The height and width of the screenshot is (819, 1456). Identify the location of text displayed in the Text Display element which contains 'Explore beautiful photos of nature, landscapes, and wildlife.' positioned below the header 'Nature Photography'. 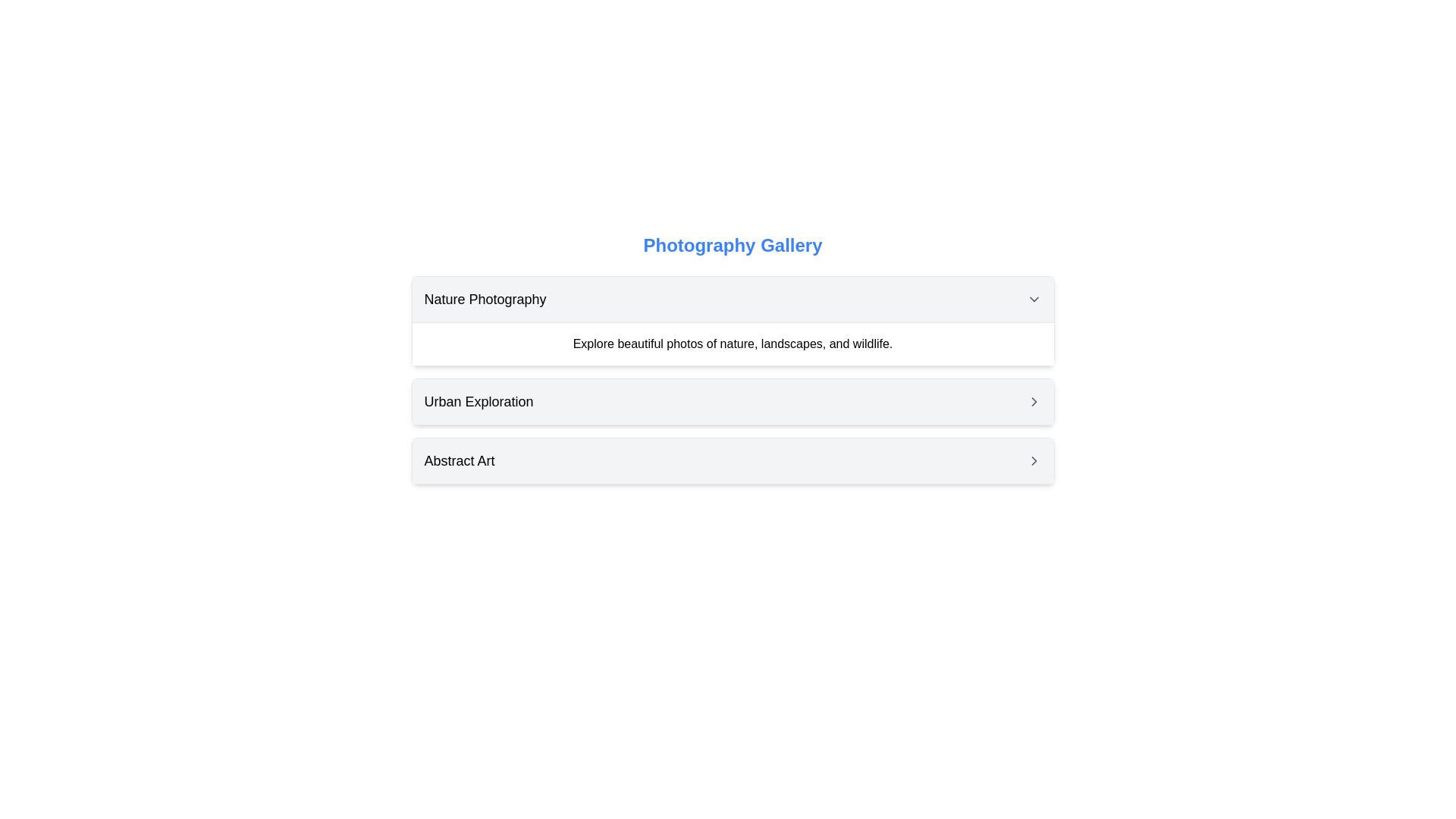
(733, 344).